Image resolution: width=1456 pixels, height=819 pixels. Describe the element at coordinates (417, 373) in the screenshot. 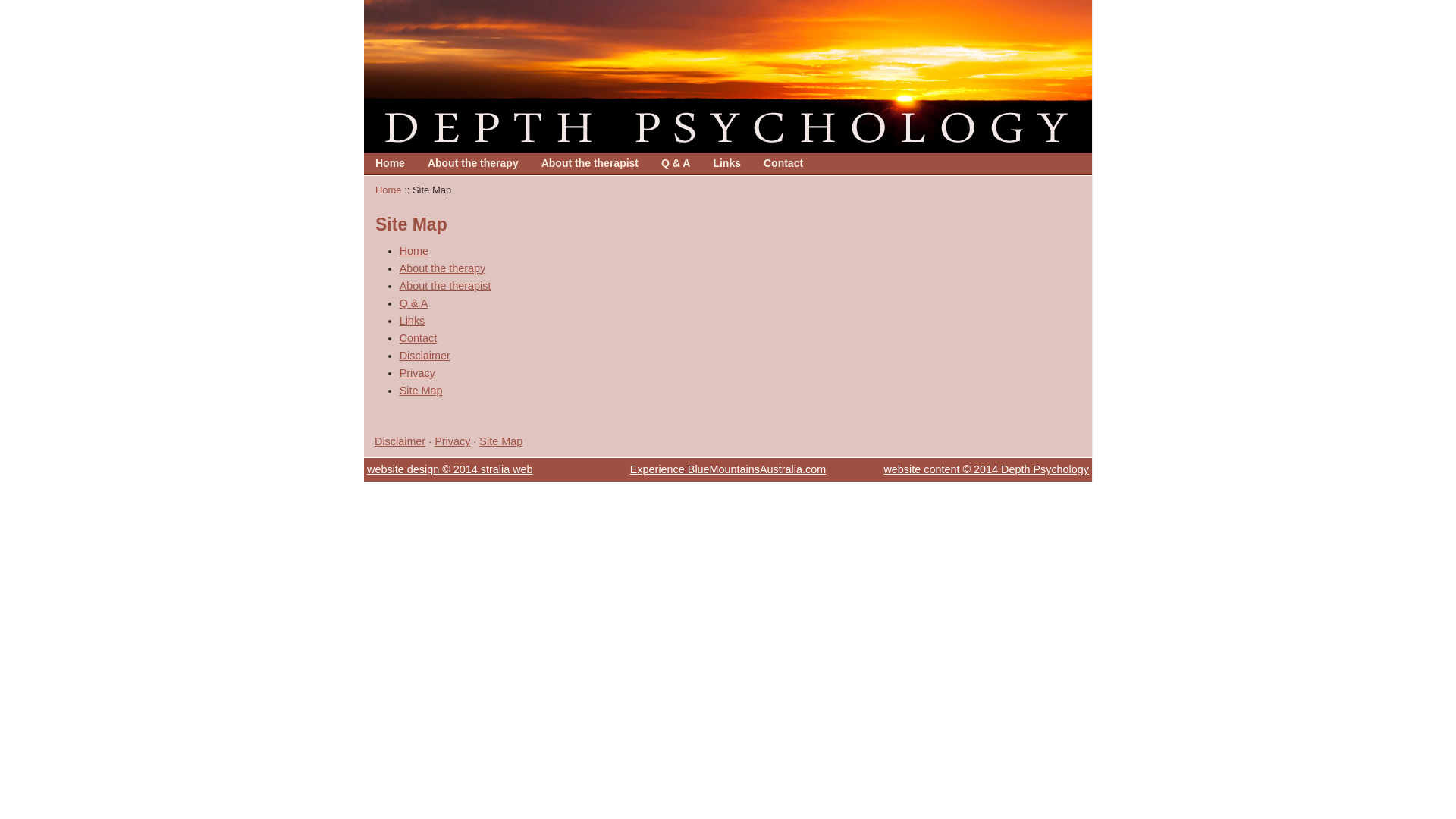

I see `'Privacy'` at that location.